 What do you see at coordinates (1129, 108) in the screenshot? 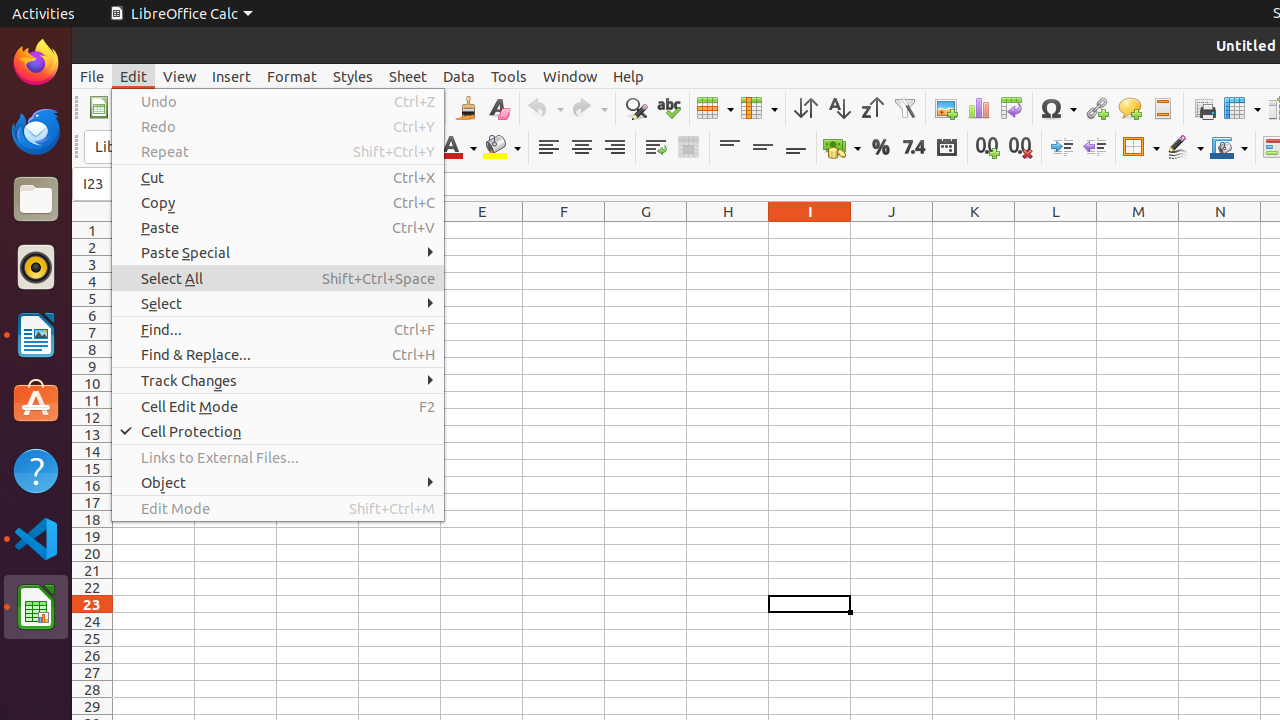
I see `'Comment'` at bounding box center [1129, 108].